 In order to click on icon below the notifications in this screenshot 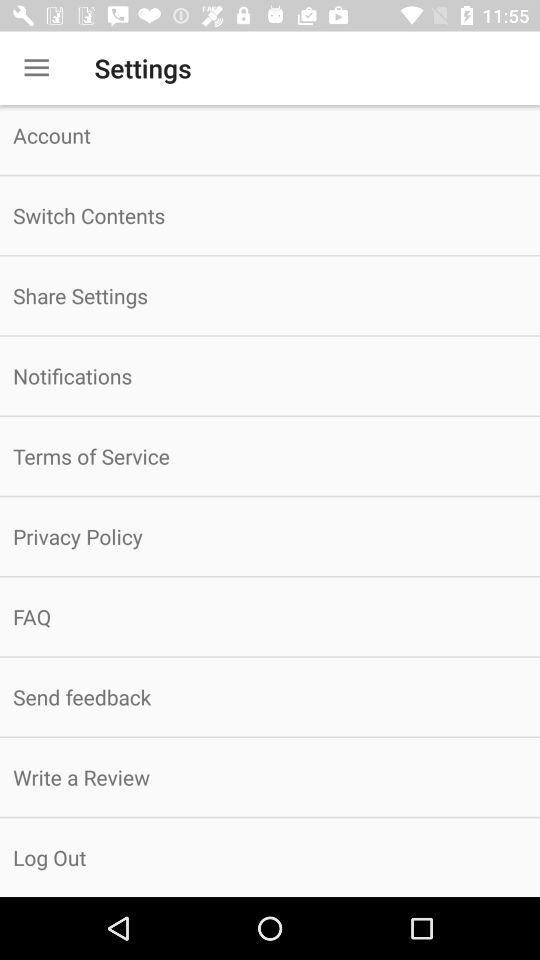, I will do `click(270, 456)`.